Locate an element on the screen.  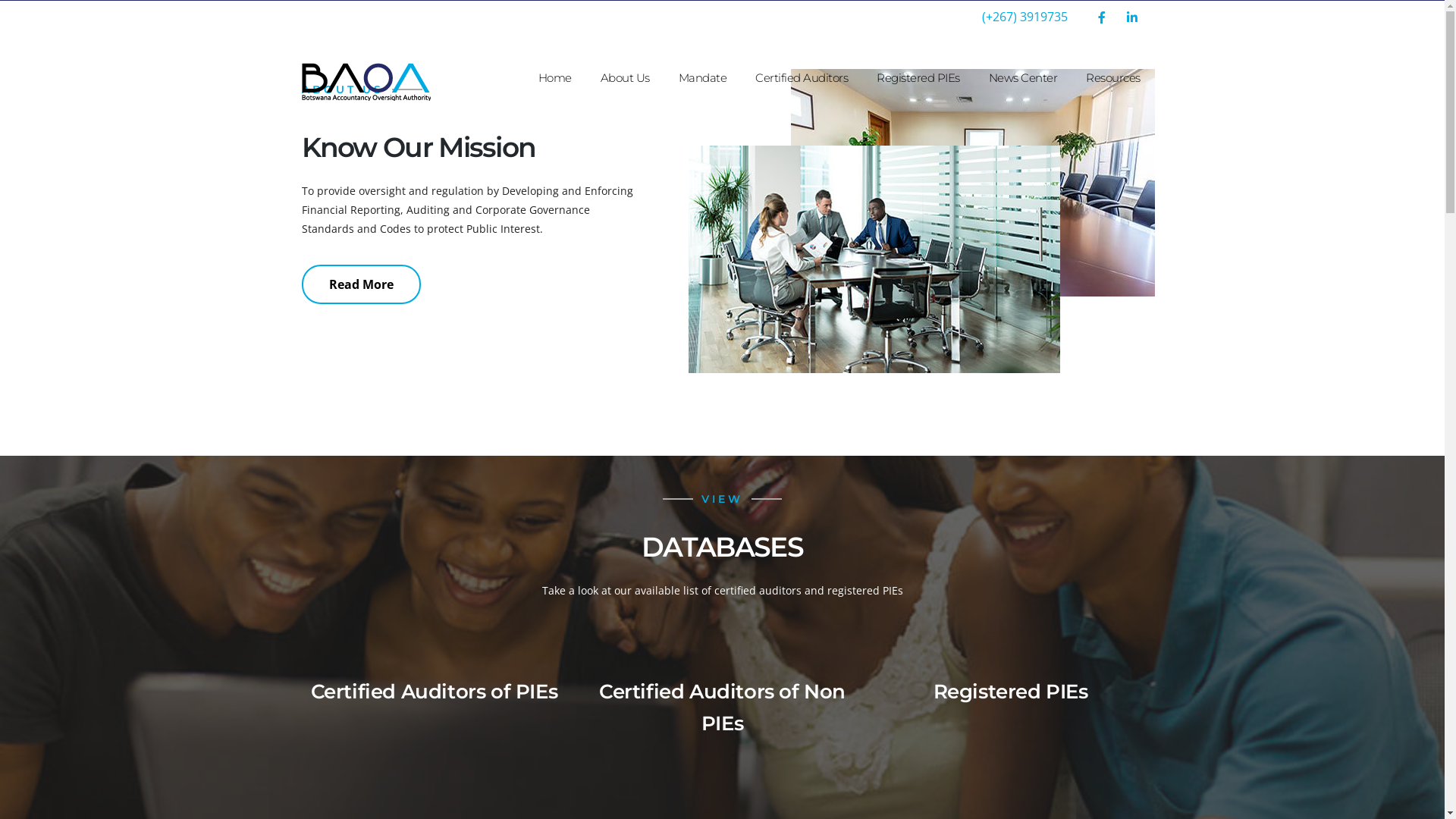
'About Us' is located at coordinates (624, 78).